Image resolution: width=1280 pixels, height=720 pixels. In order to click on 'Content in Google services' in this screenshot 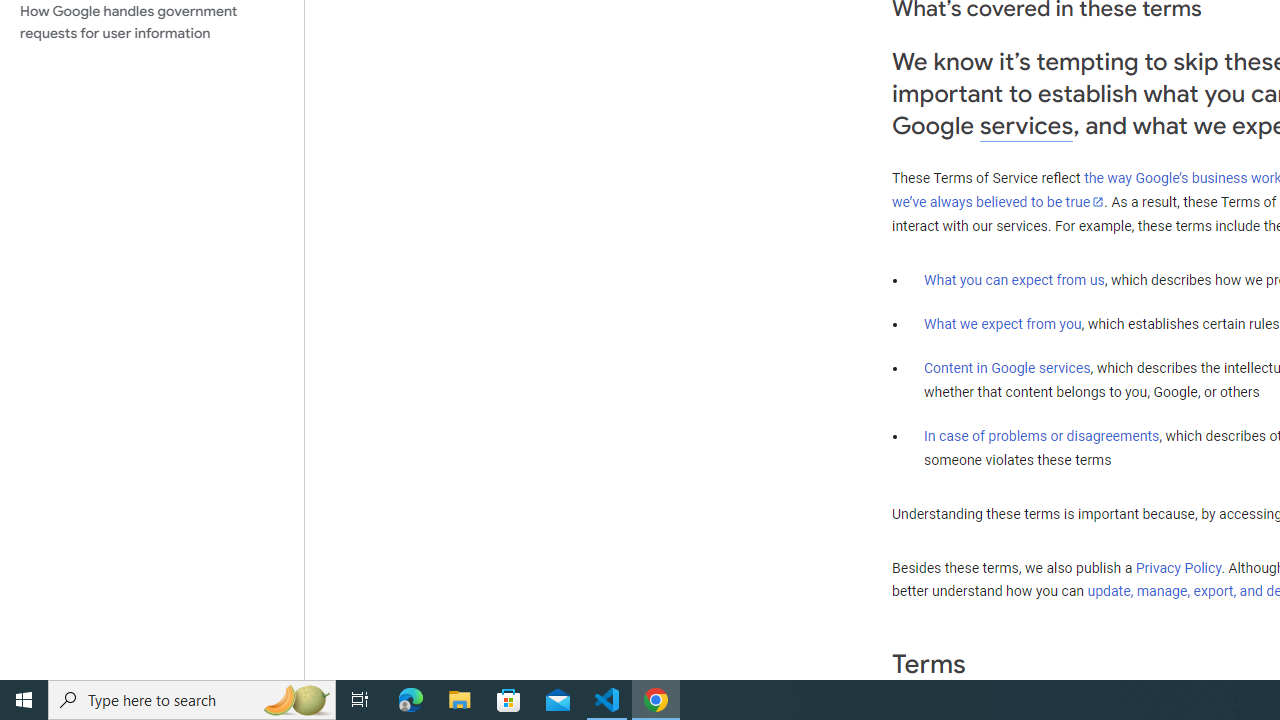, I will do `click(1007, 368)`.